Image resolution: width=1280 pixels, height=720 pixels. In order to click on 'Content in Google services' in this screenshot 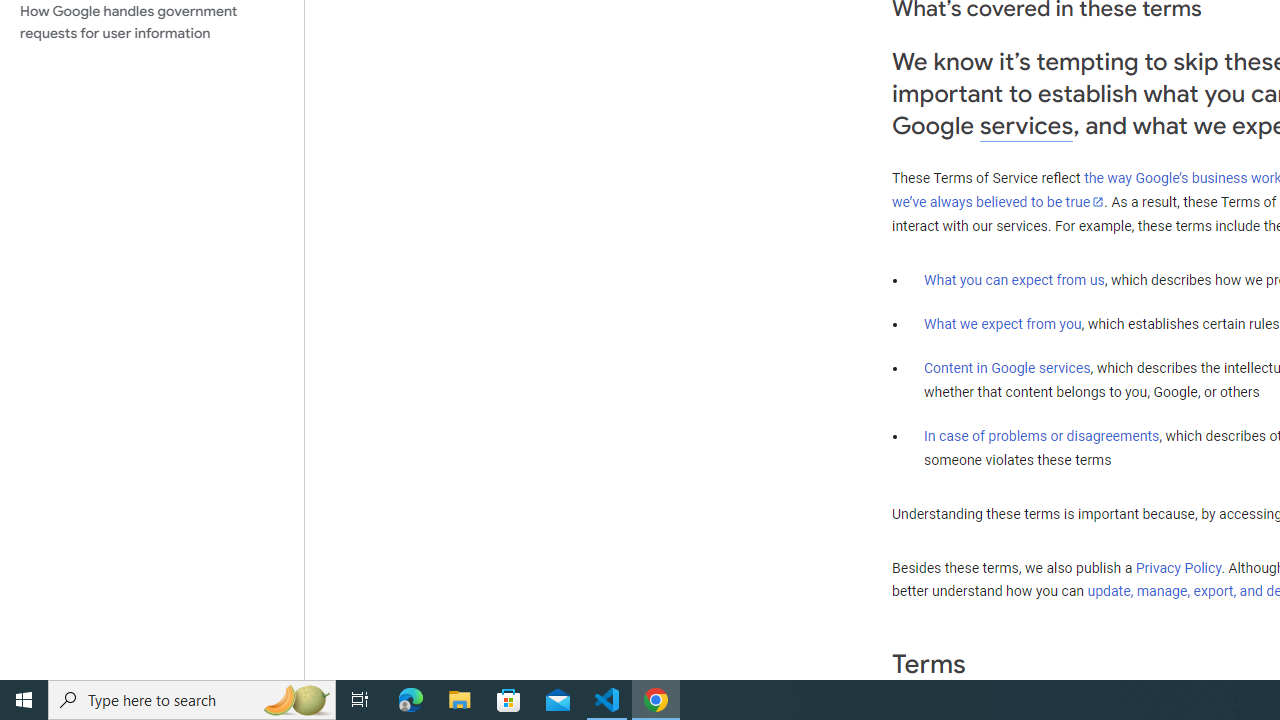, I will do `click(1007, 368)`.